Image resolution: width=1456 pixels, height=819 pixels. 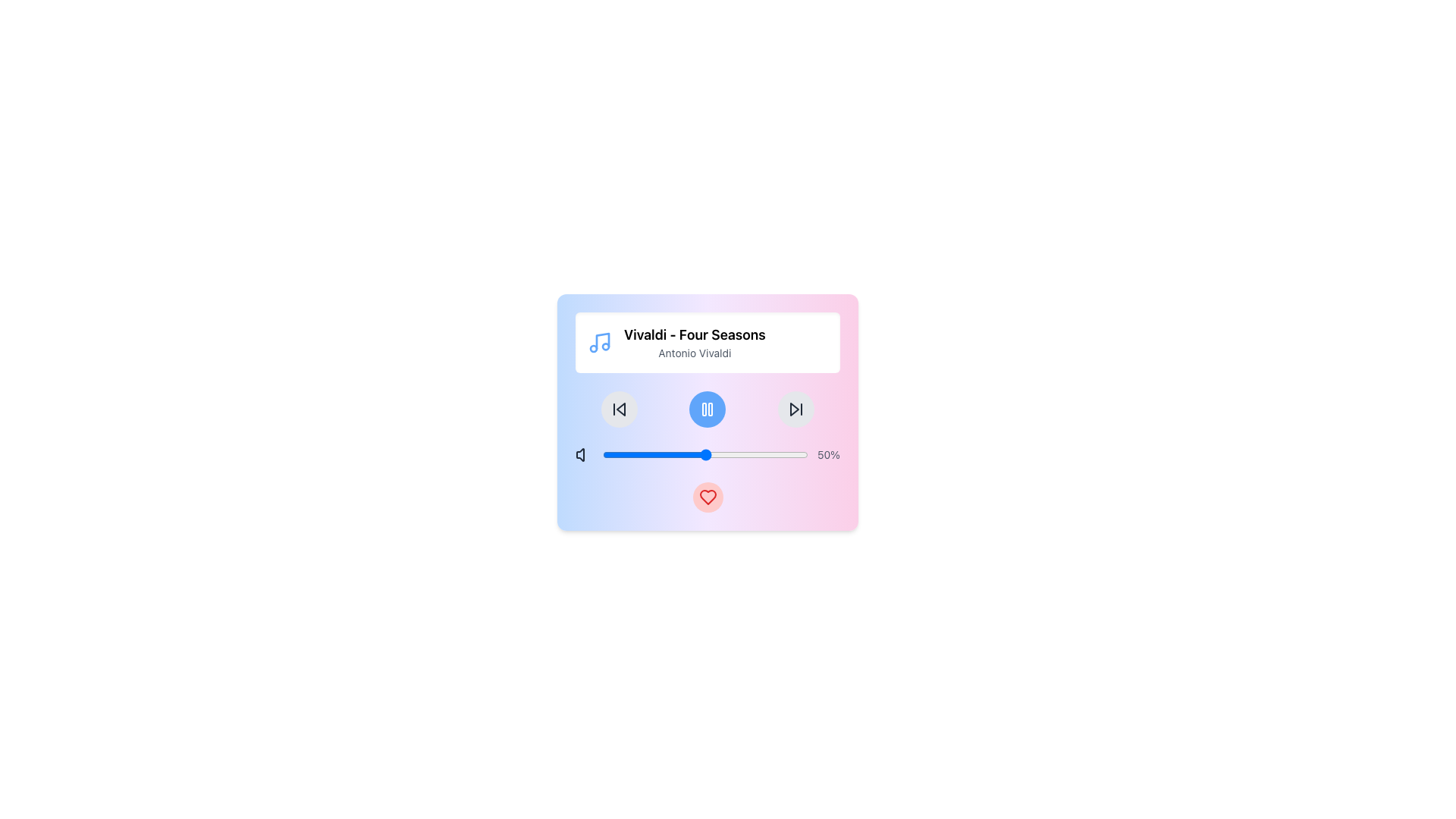 I want to click on the static text label indicating the composer or artist's name associated with 'Vivaldi - Four Seasons', located below the bolded title in the upper section of the interface, so click(x=694, y=353).